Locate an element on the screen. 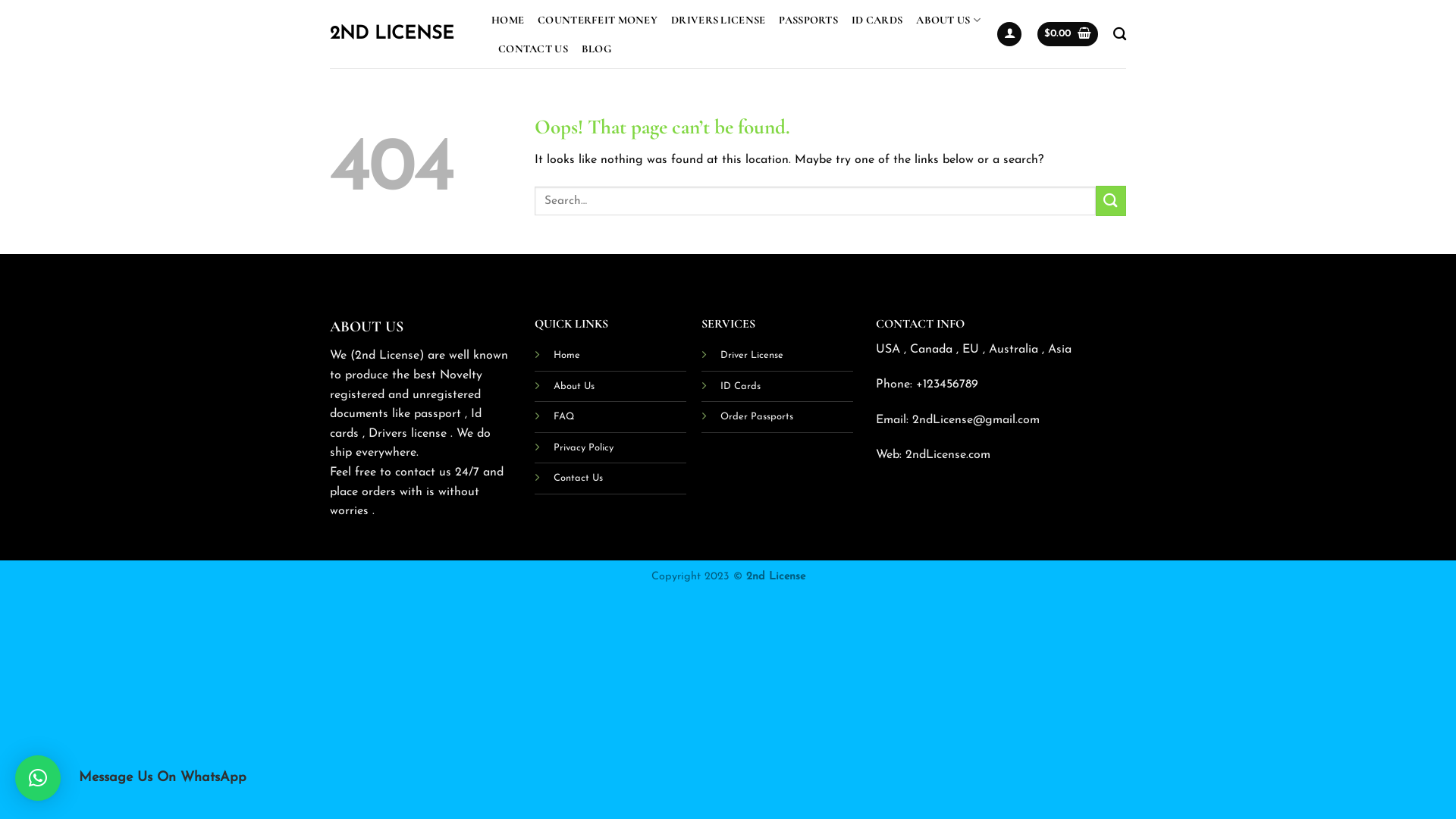  '@gmail.com' is located at coordinates (1006, 420).